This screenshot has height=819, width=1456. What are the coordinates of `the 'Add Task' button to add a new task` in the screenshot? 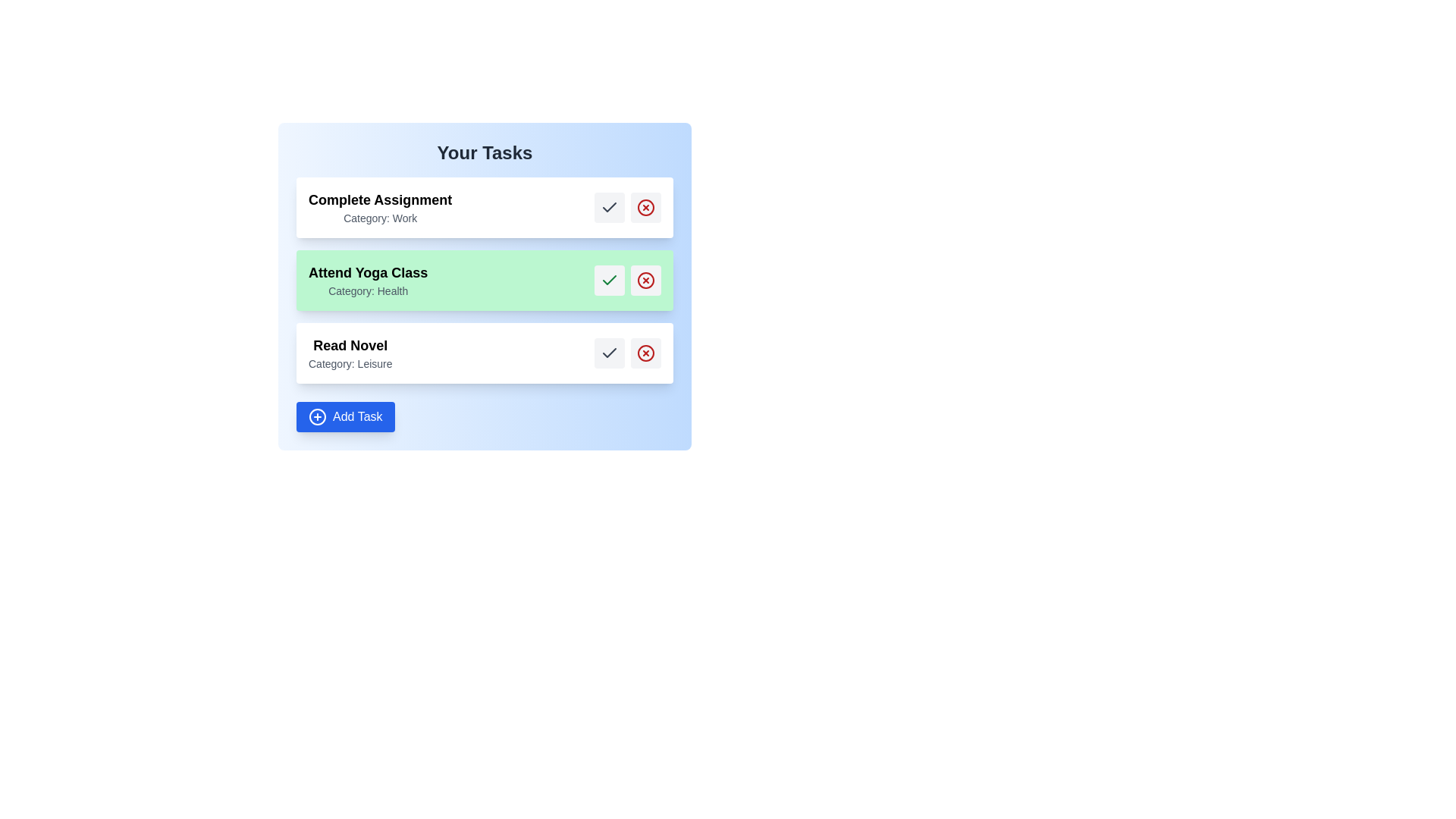 It's located at (344, 417).